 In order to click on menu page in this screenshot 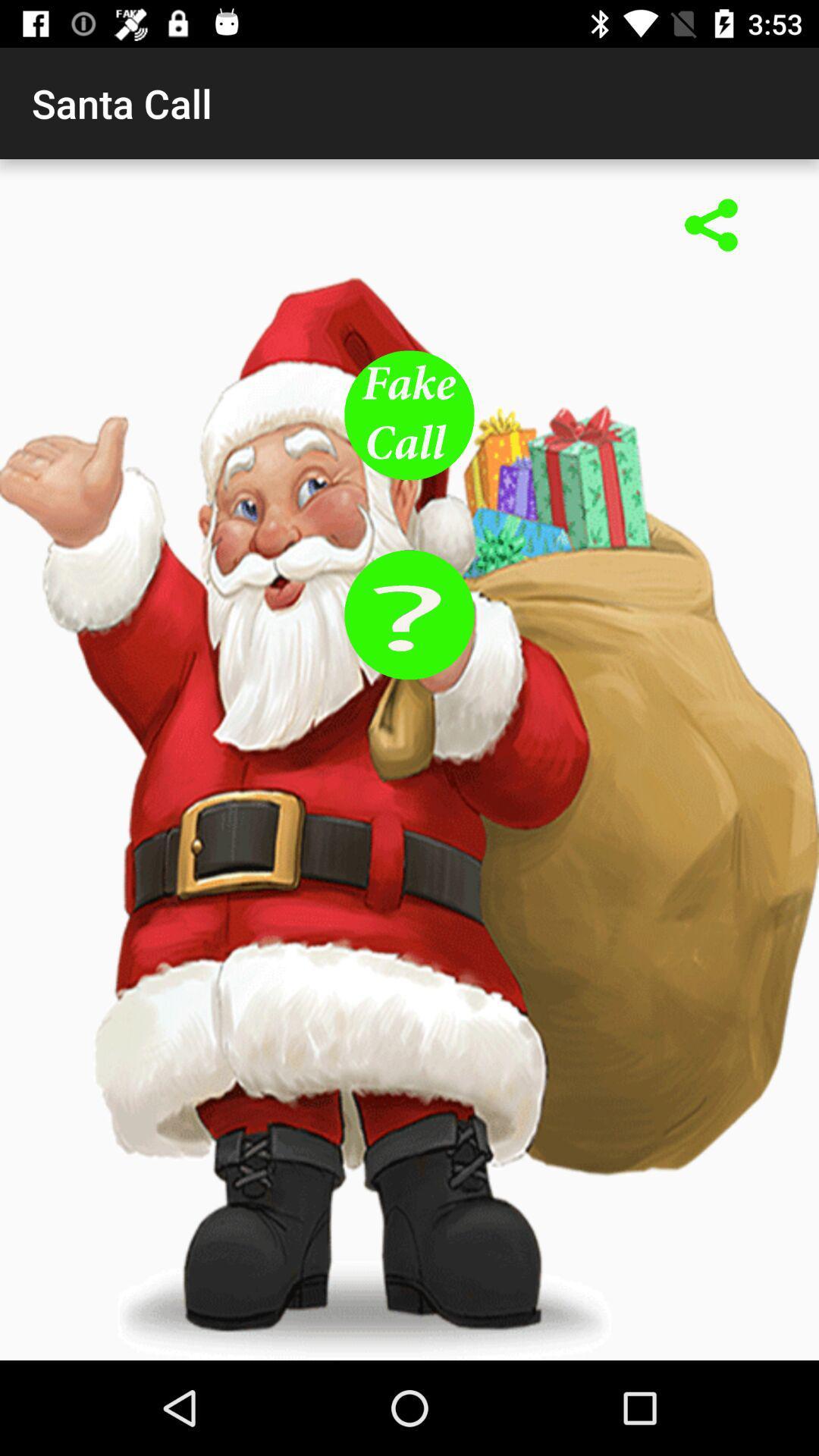, I will do `click(409, 415)`.